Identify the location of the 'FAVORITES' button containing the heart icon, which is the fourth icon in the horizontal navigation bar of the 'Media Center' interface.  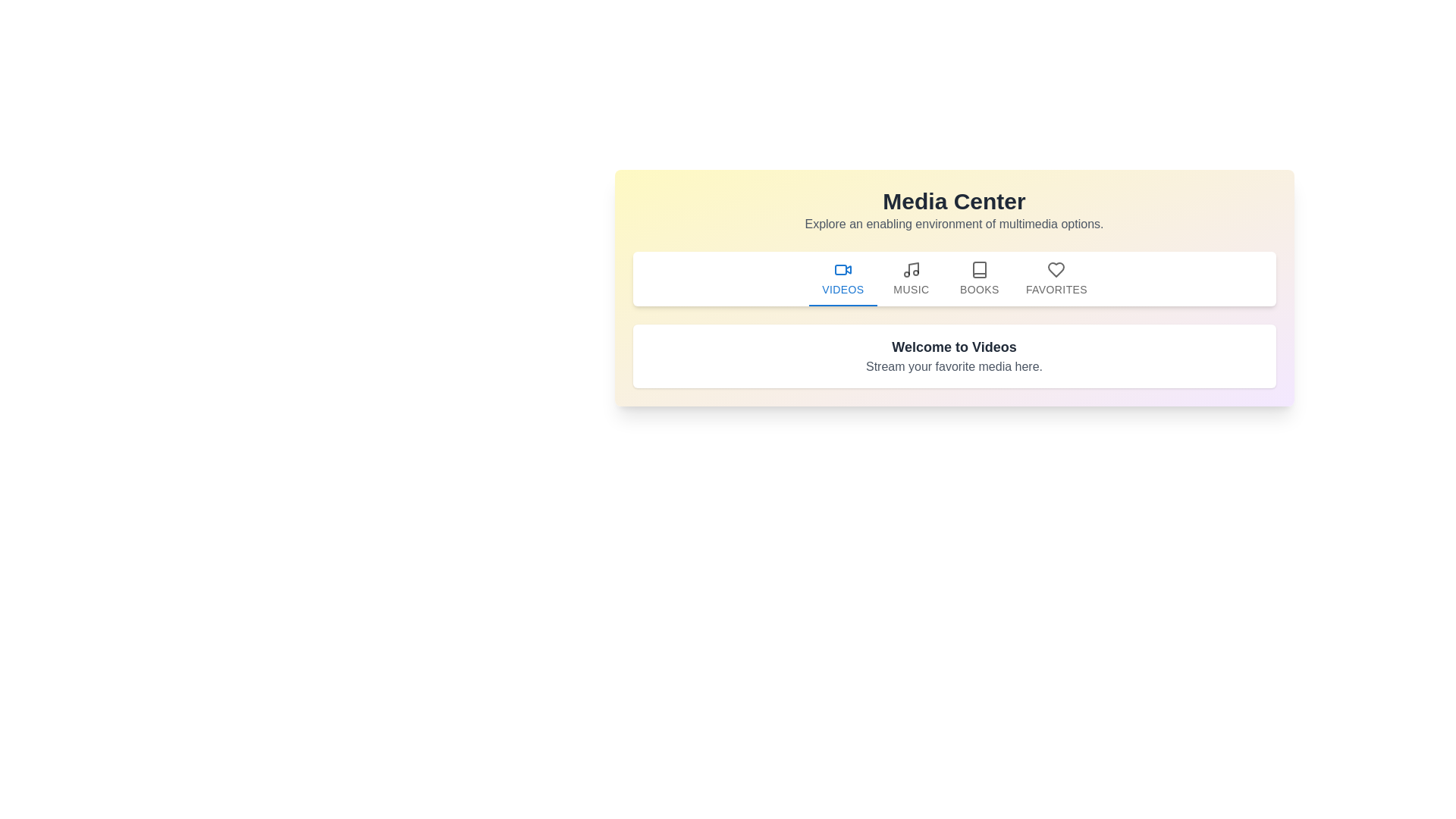
(1056, 269).